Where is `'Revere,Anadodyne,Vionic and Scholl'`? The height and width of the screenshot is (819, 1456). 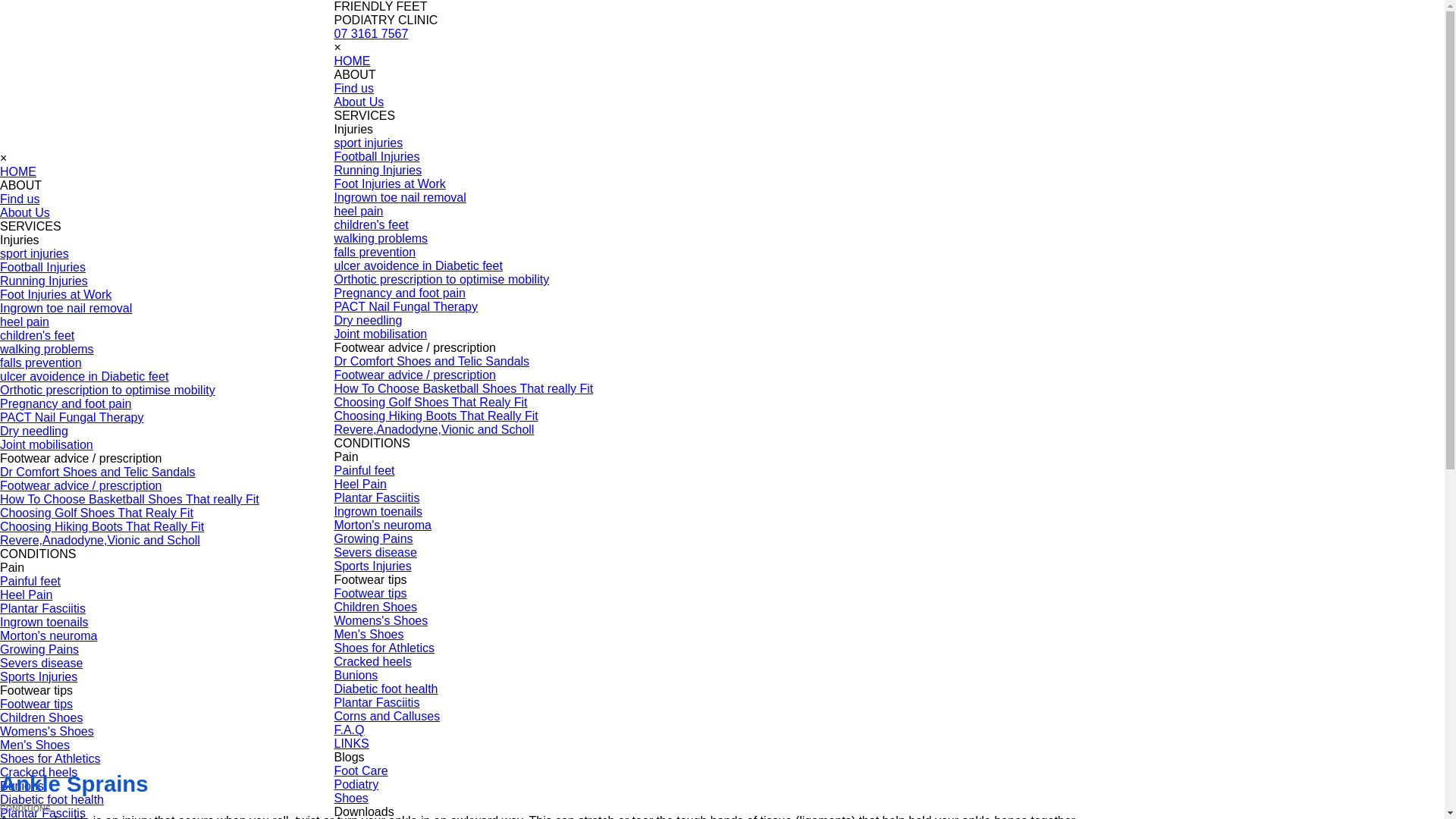
'Revere,Anadodyne,Vionic and Scholl' is located at coordinates (333, 429).